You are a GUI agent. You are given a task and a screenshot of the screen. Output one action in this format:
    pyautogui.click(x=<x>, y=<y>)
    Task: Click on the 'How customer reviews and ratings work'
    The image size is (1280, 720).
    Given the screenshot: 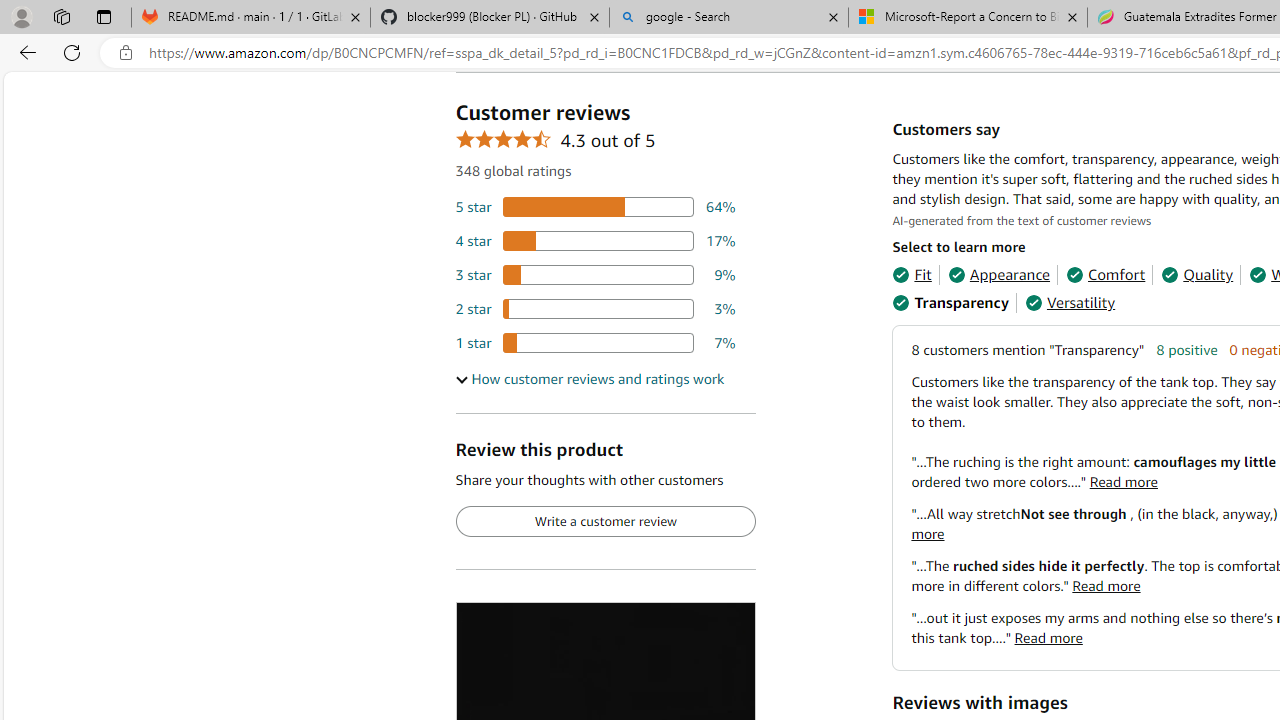 What is the action you would take?
    pyautogui.click(x=588, y=379)
    